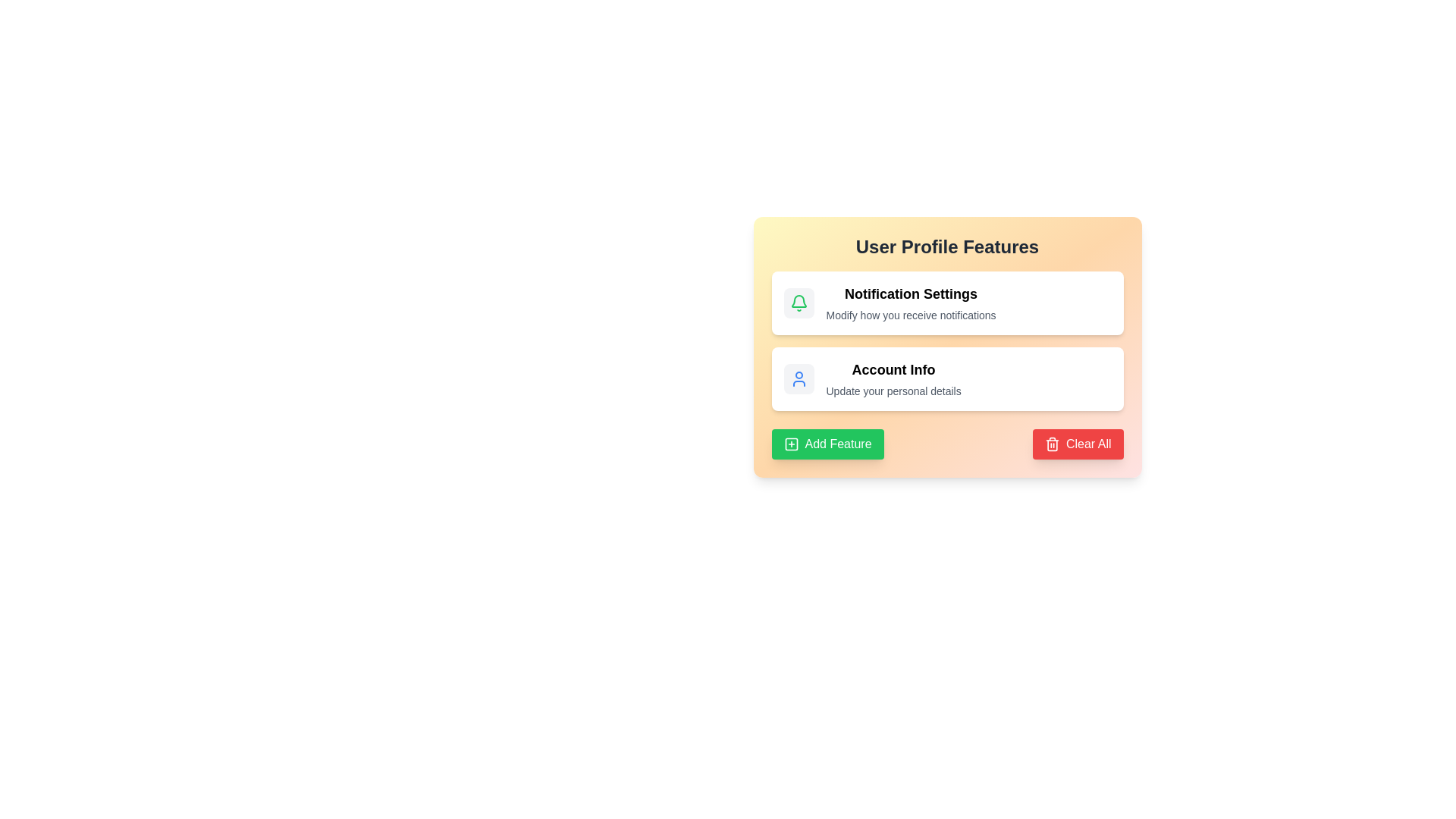 The image size is (1456, 819). I want to click on the green 'Add Feature' button with a white icon and text, so click(827, 444).